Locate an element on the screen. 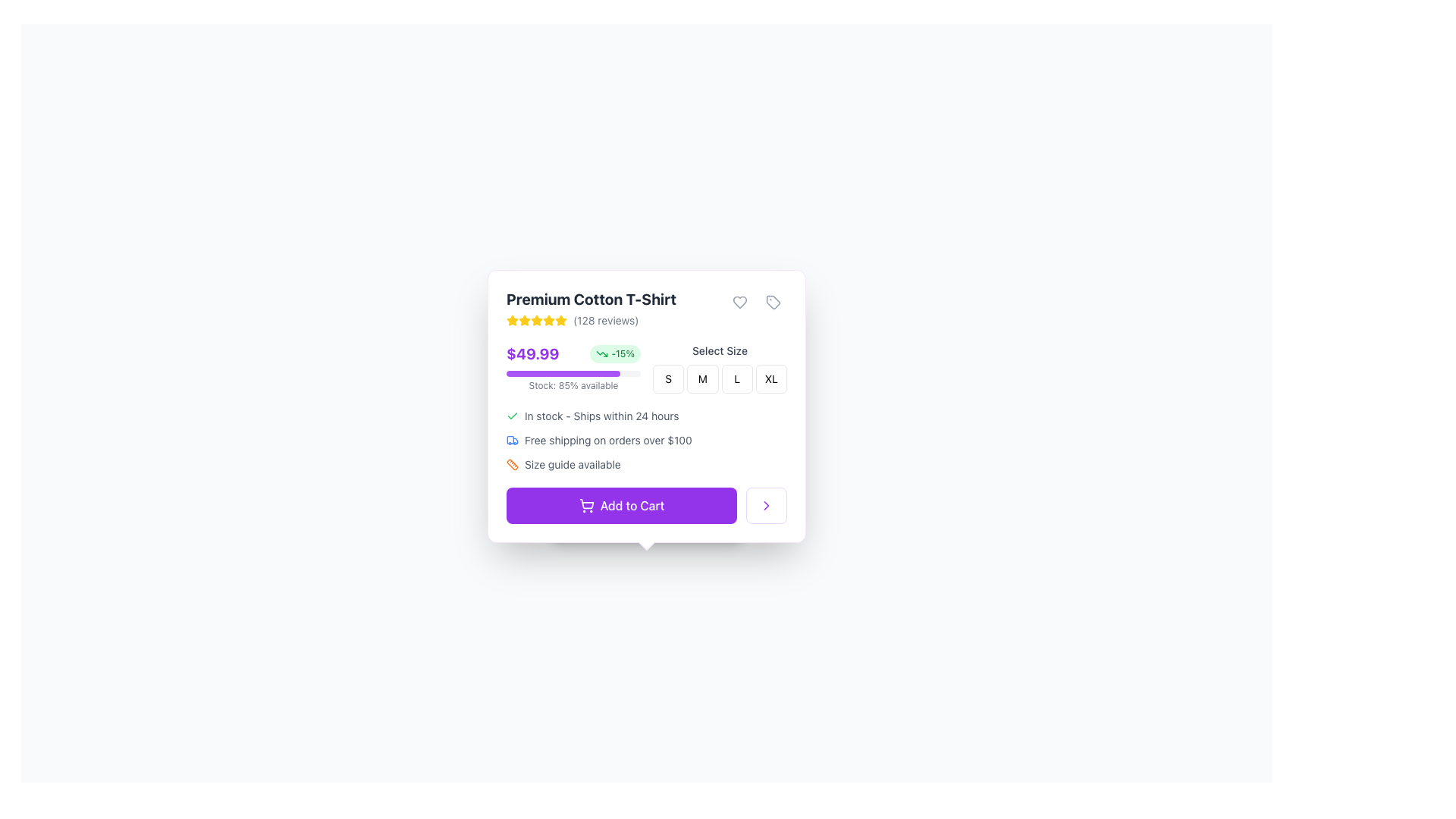 Image resolution: width=1456 pixels, height=819 pixels. the small blue truck icon located to the left of the 'Free shipping on orders over $100' text block is located at coordinates (513, 441).